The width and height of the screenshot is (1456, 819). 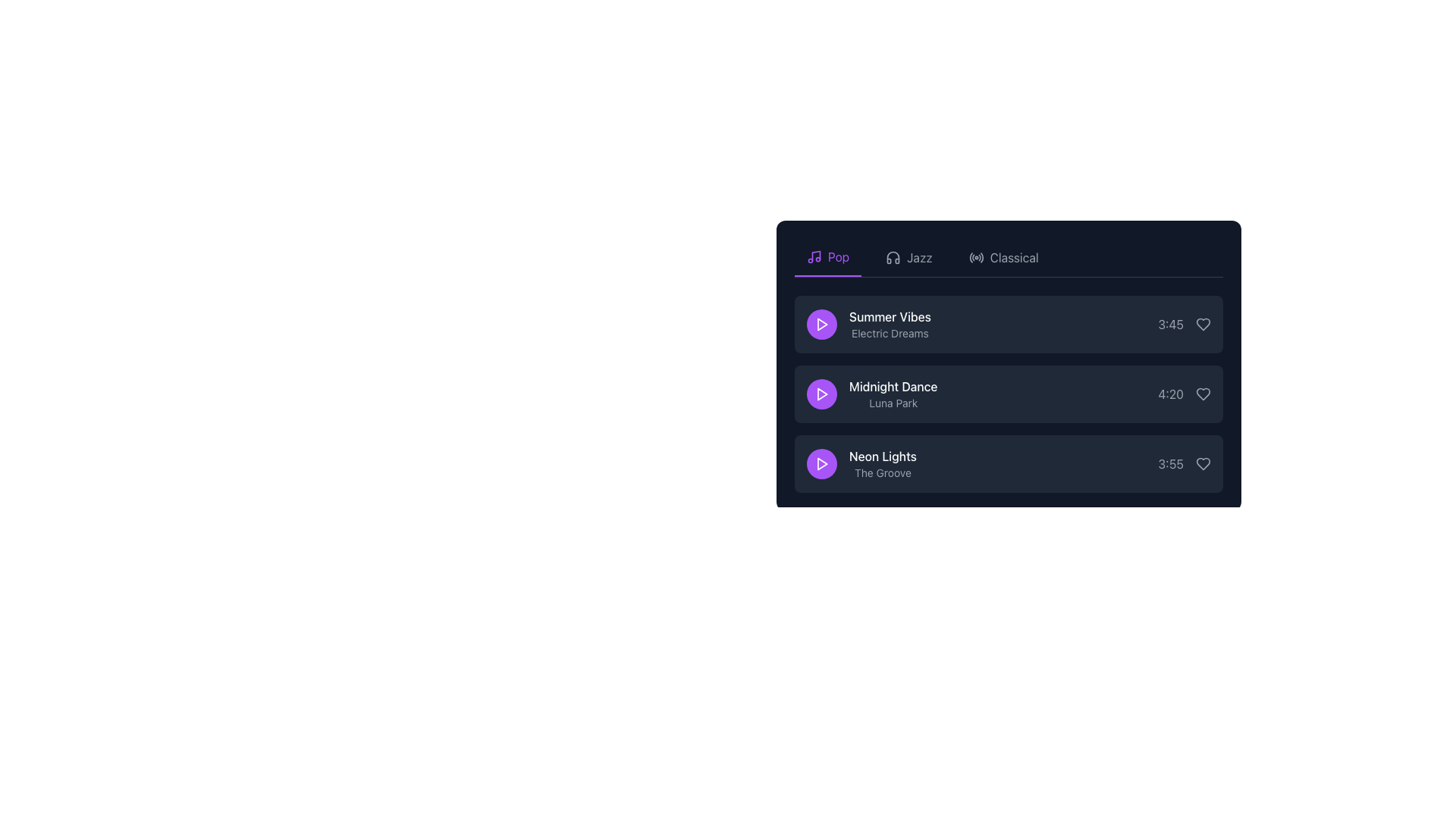 I want to click on the 'Classical' label located in the horizontal navigation bar, which is the last item next to 'Pop' and 'Jazz', so click(x=1014, y=256).